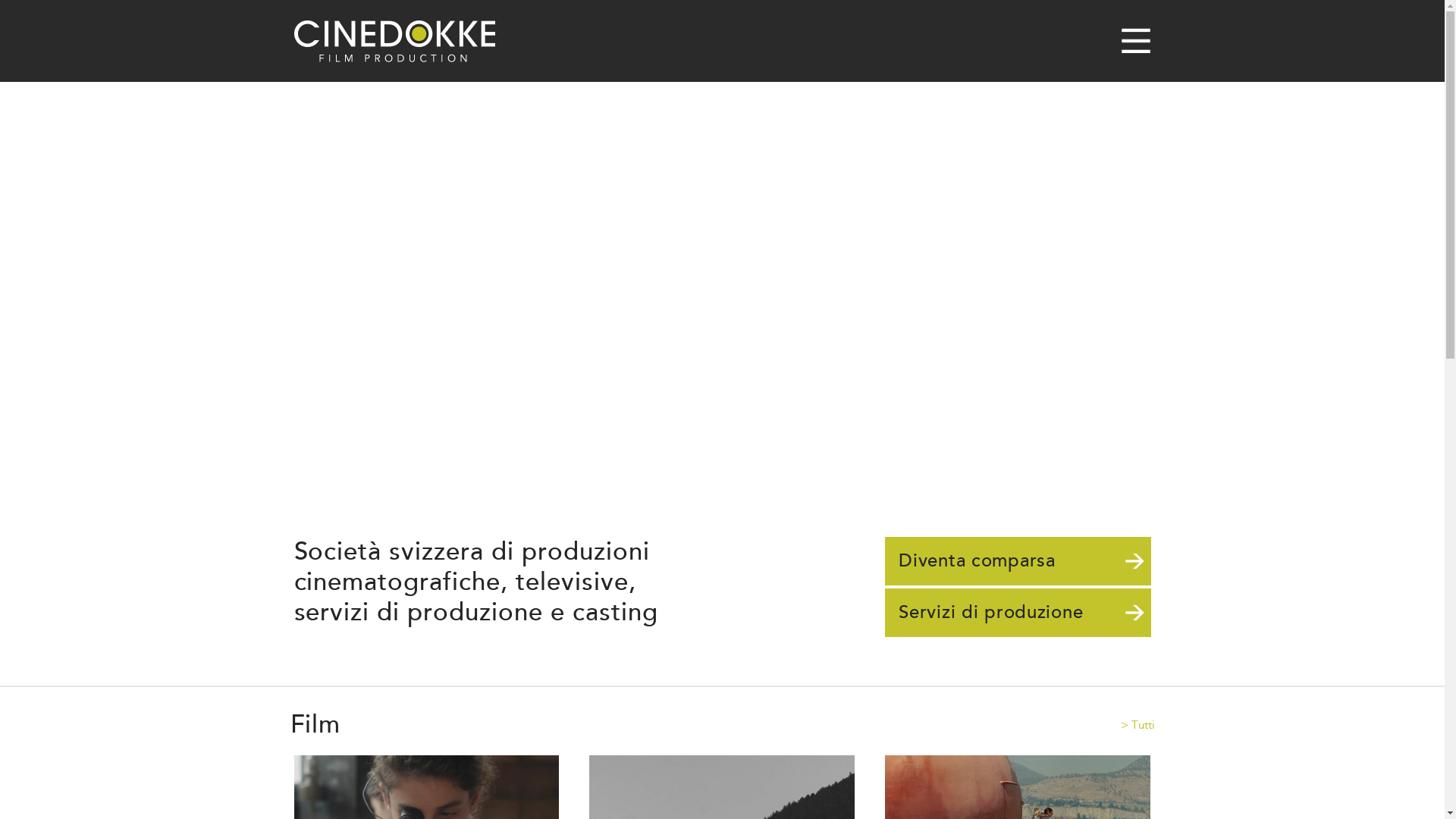 The width and height of the screenshot is (1456, 819). Describe the element at coordinates (1018, 611) in the screenshot. I see `'Servizi di produzione'` at that location.